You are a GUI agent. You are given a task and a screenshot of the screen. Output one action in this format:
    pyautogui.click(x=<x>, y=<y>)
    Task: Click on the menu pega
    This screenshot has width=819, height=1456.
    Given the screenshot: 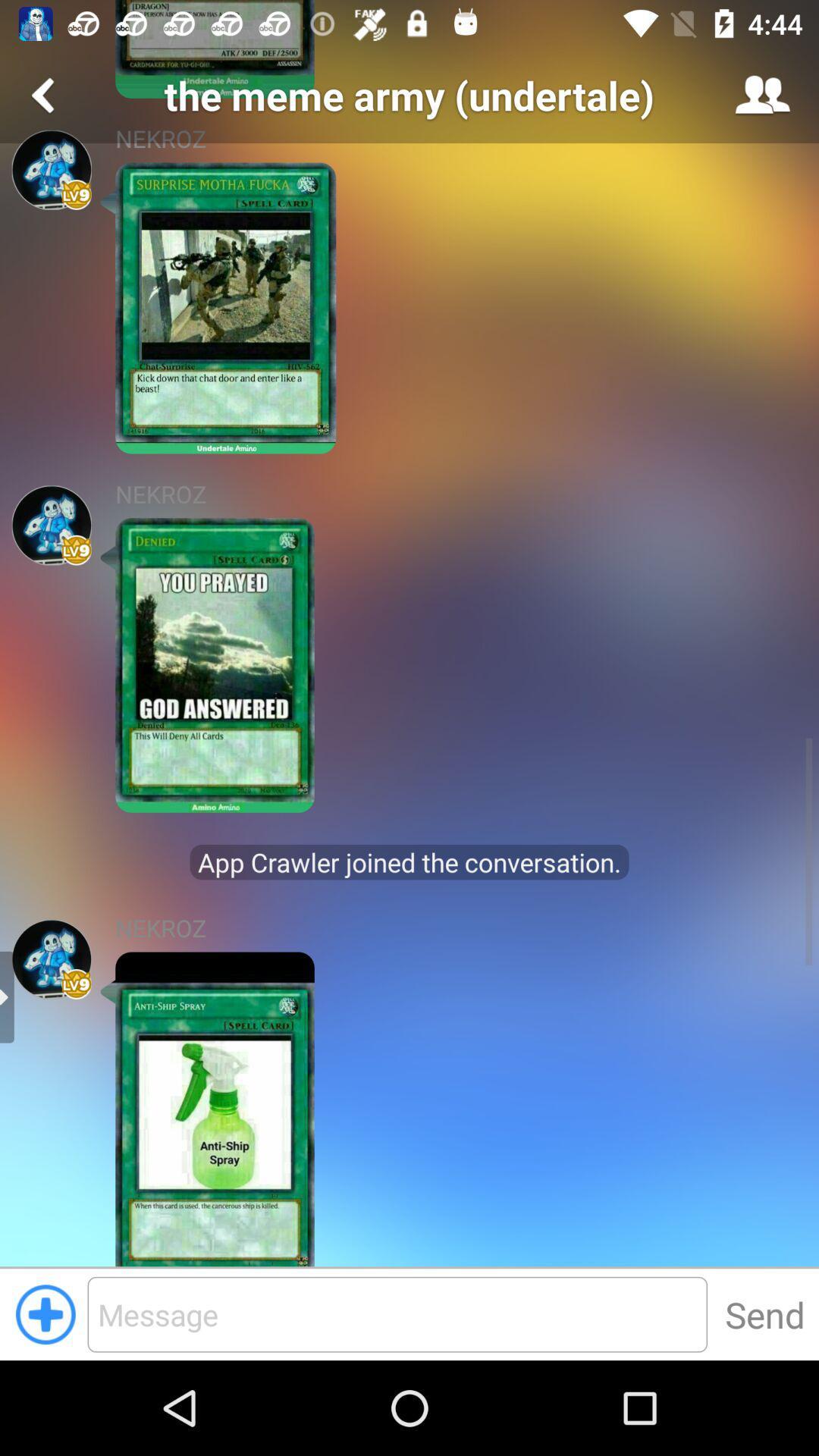 What is the action you would take?
    pyautogui.click(x=51, y=170)
    